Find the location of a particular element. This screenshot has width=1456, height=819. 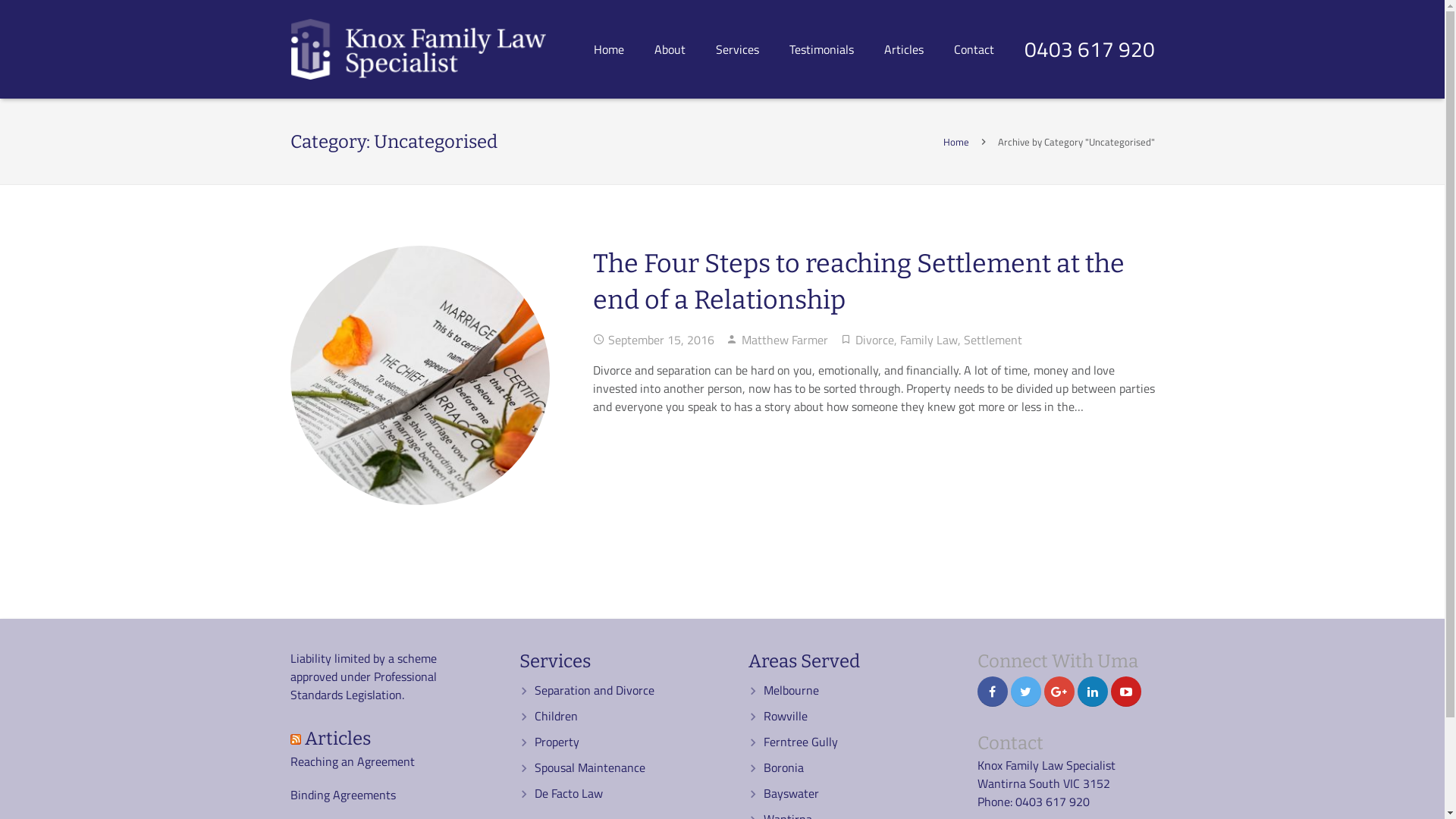

'Boronia' is located at coordinates (783, 767).